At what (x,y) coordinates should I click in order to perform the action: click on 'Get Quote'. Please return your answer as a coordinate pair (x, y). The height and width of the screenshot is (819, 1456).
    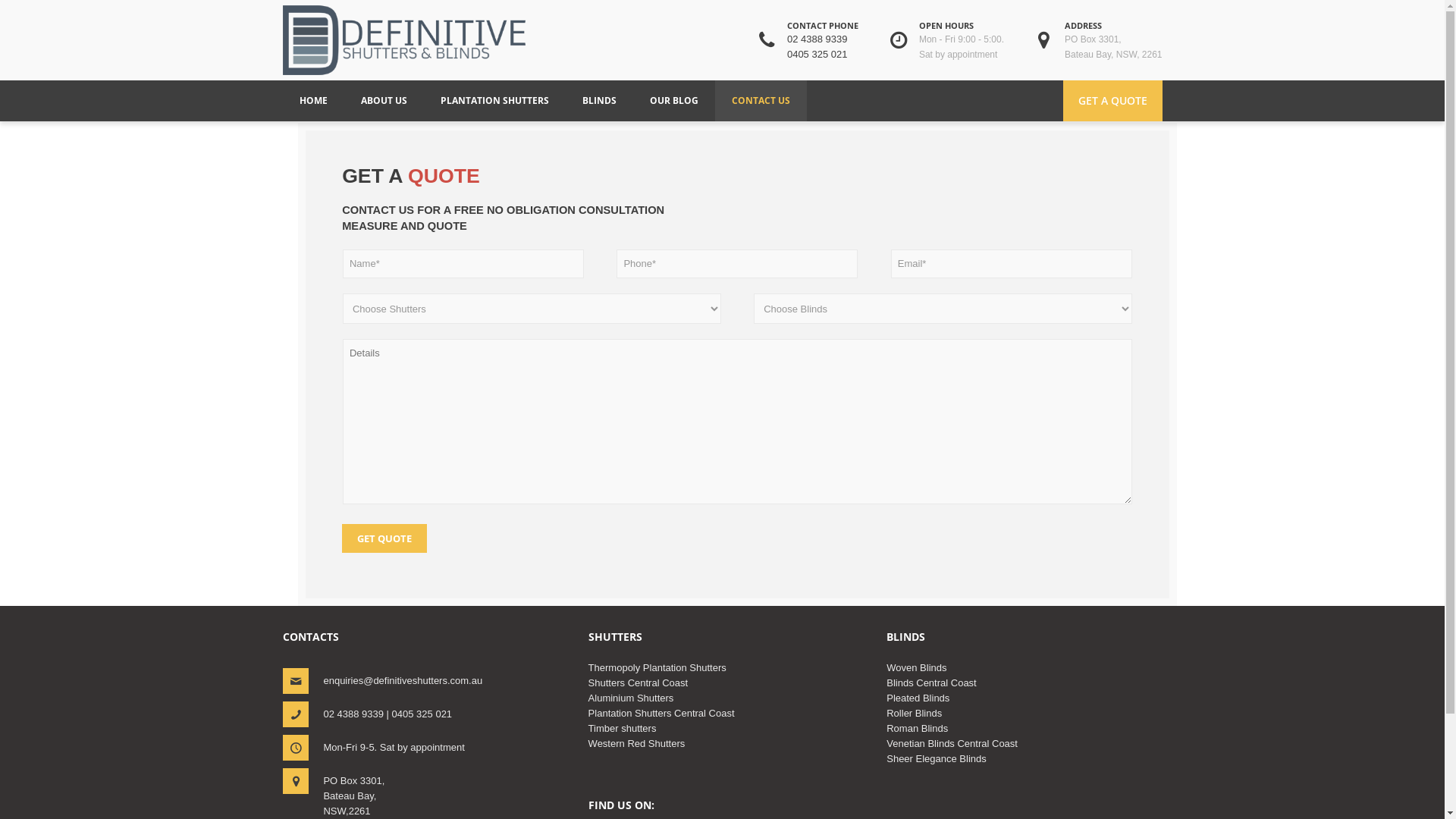
    Looking at the image, I should click on (384, 537).